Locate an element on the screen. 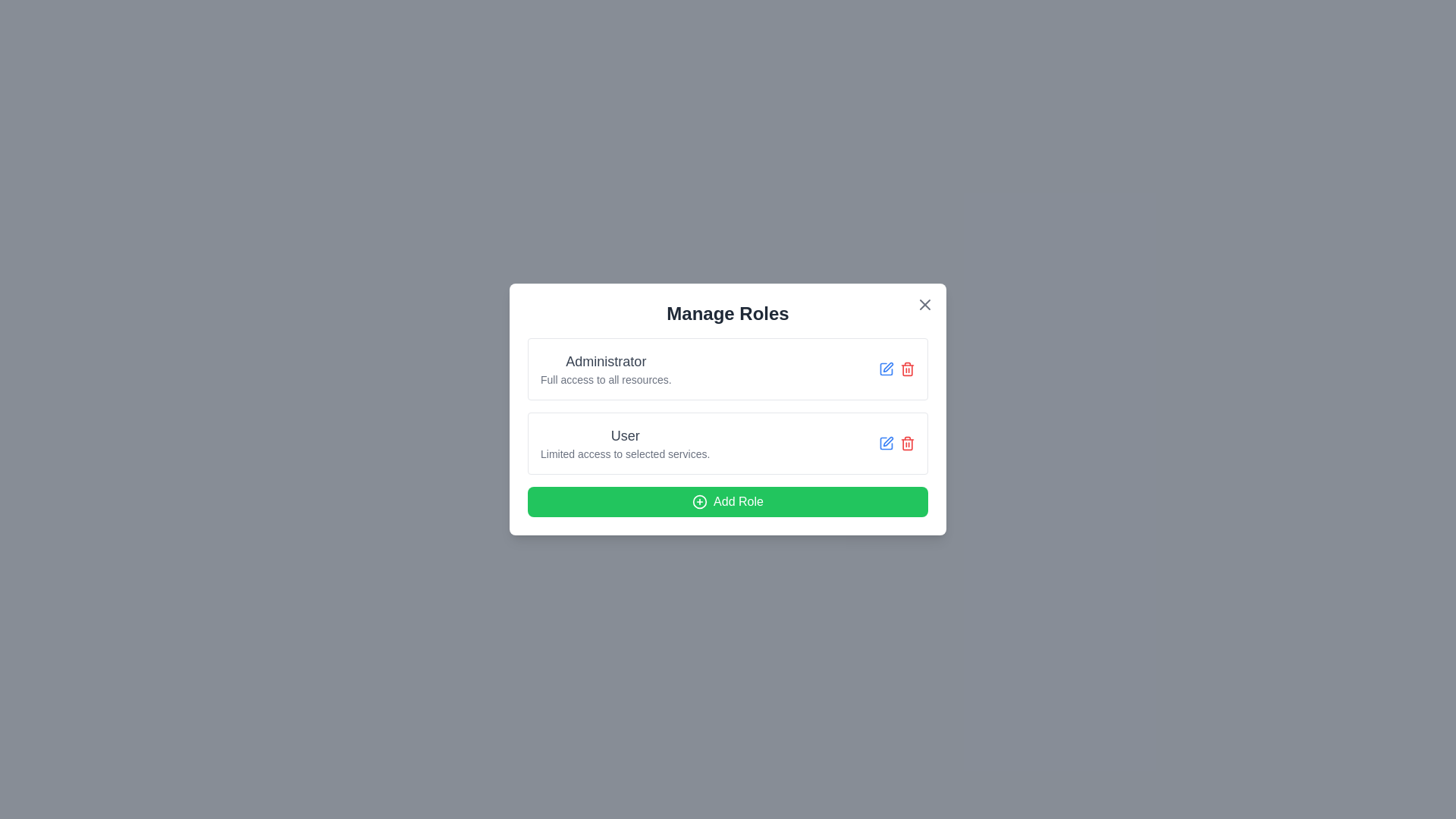 The width and height of the screenshot is (1456, 819). the 'User' text display element that shows 'User' in bold and 'Limited access to selected services.' in a smaller font within the 'Manage Roles' dialog is located at coordinates (625, 444).